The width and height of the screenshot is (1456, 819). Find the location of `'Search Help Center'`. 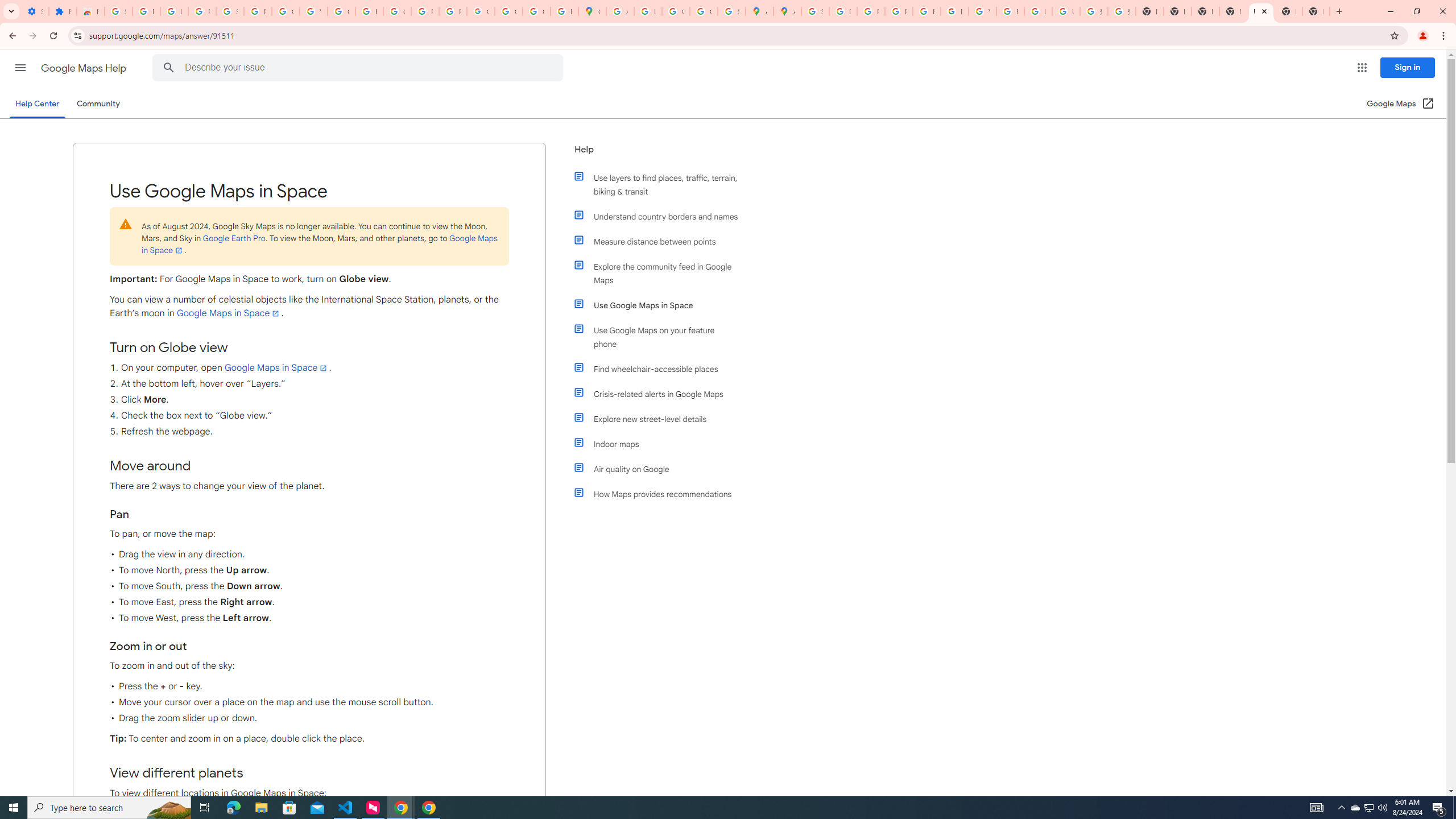

'Search Help Center' is located at coordinates (168, 67).